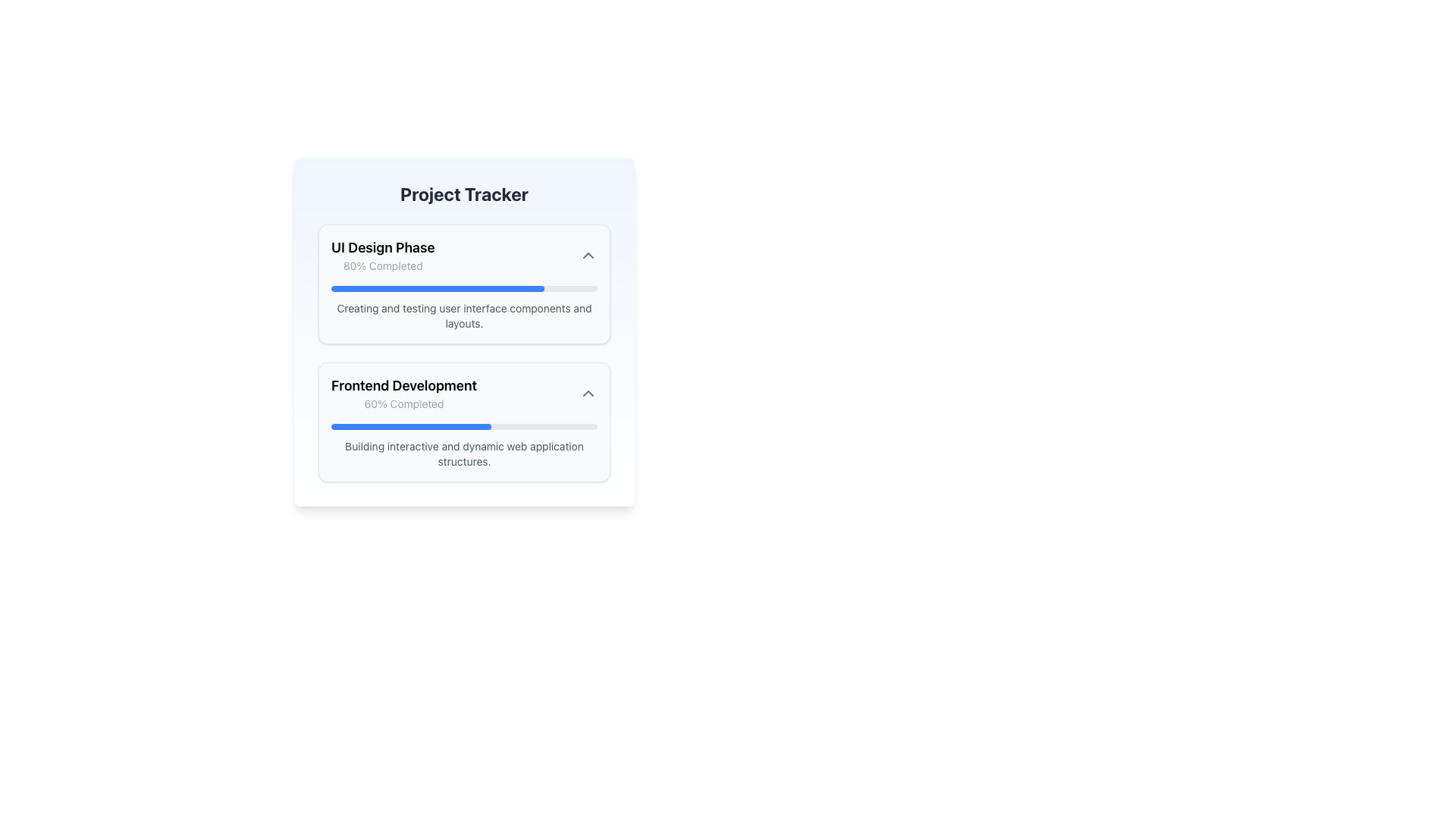  I want to click on the completion information of the Progress indicator representing the 'UI Design Phase' in the Project Tracker section by clicking on its center, so click(437, 289).